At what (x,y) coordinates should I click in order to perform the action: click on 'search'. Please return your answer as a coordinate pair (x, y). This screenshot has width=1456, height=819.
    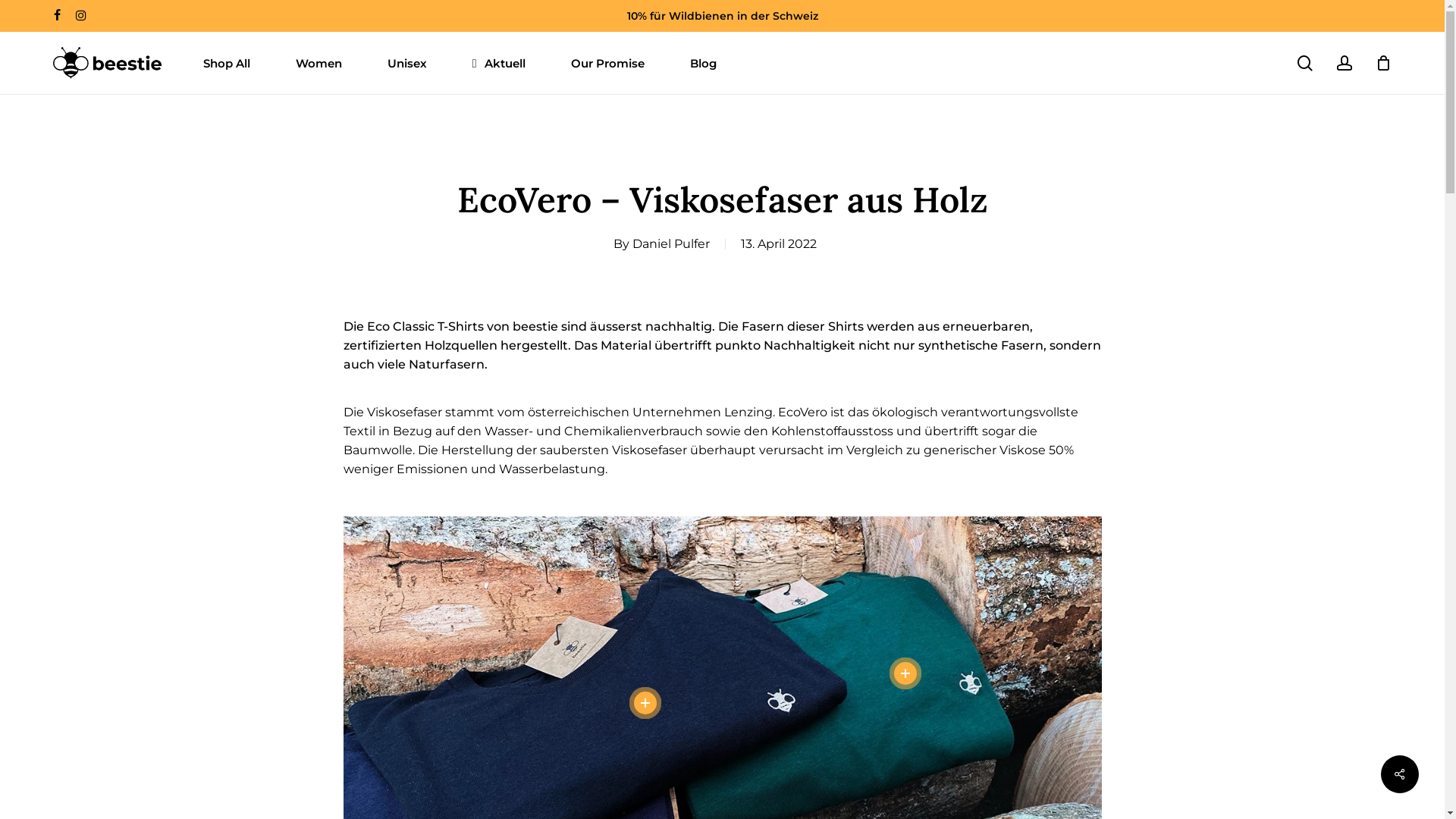
    Looking at the image, I should click on (1304, 61).